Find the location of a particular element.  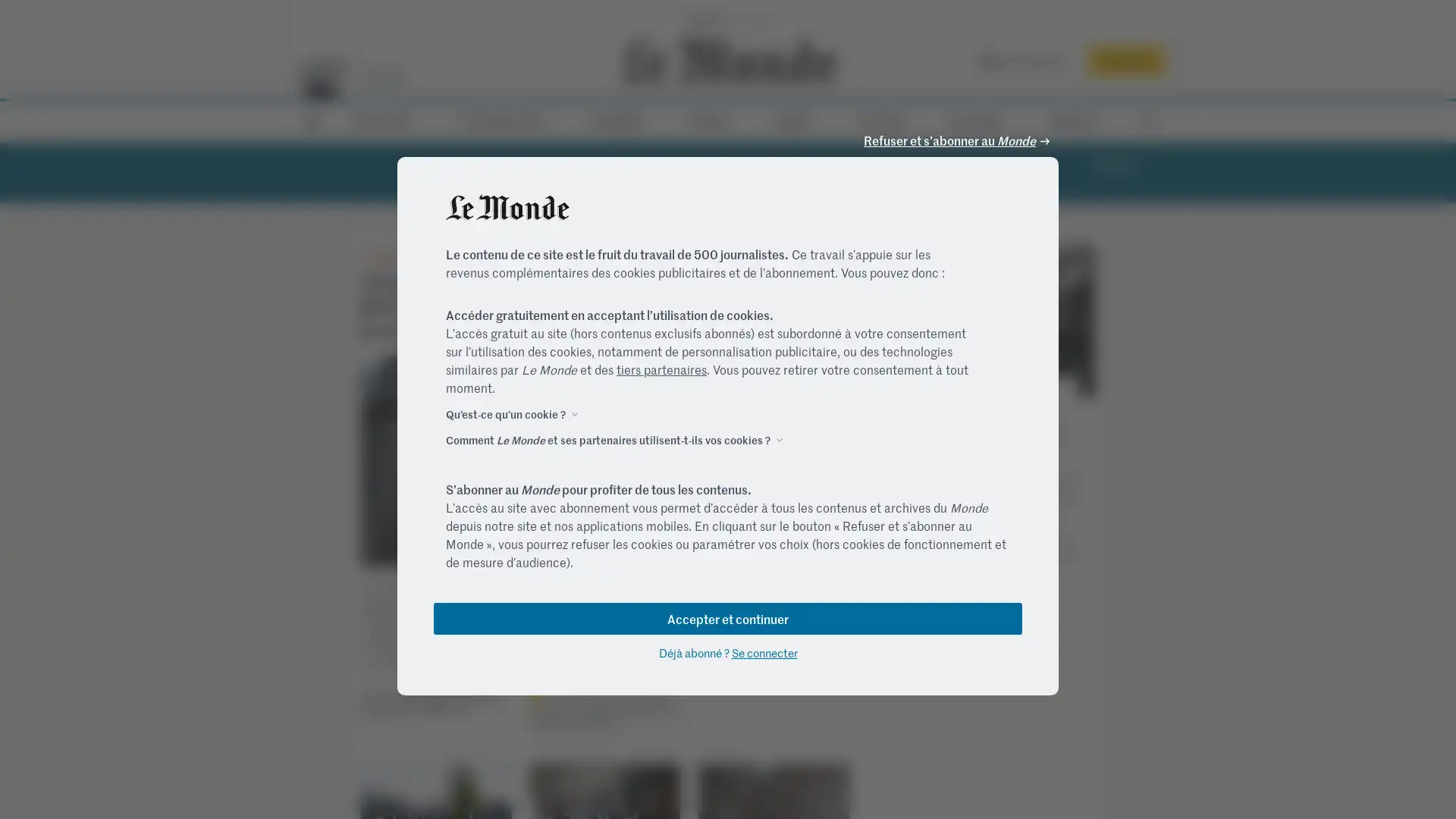

RECHERCHE is located at coordinates (1146, 121).